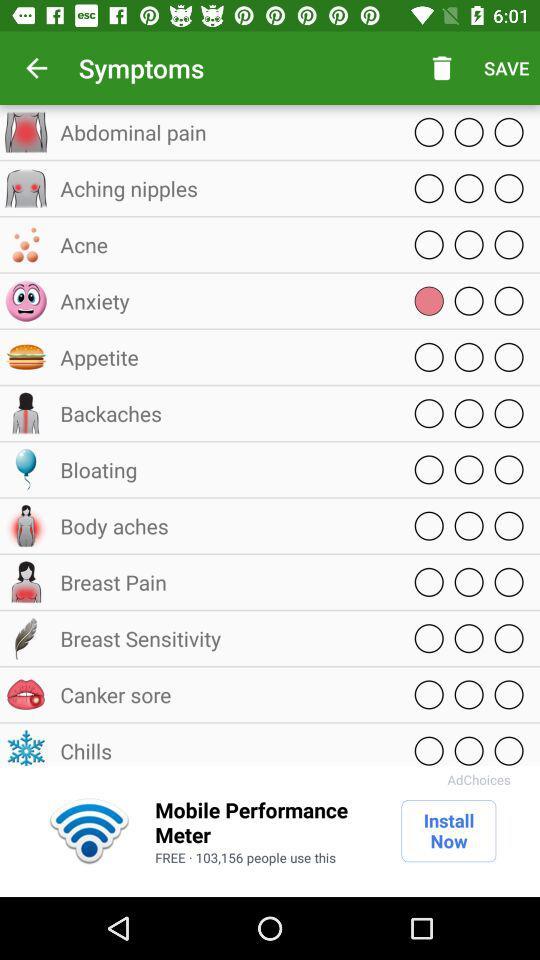  Describe the element at coordinates (36, 68) in the screenshot. I see `the item above the abdominal pain` at that location.